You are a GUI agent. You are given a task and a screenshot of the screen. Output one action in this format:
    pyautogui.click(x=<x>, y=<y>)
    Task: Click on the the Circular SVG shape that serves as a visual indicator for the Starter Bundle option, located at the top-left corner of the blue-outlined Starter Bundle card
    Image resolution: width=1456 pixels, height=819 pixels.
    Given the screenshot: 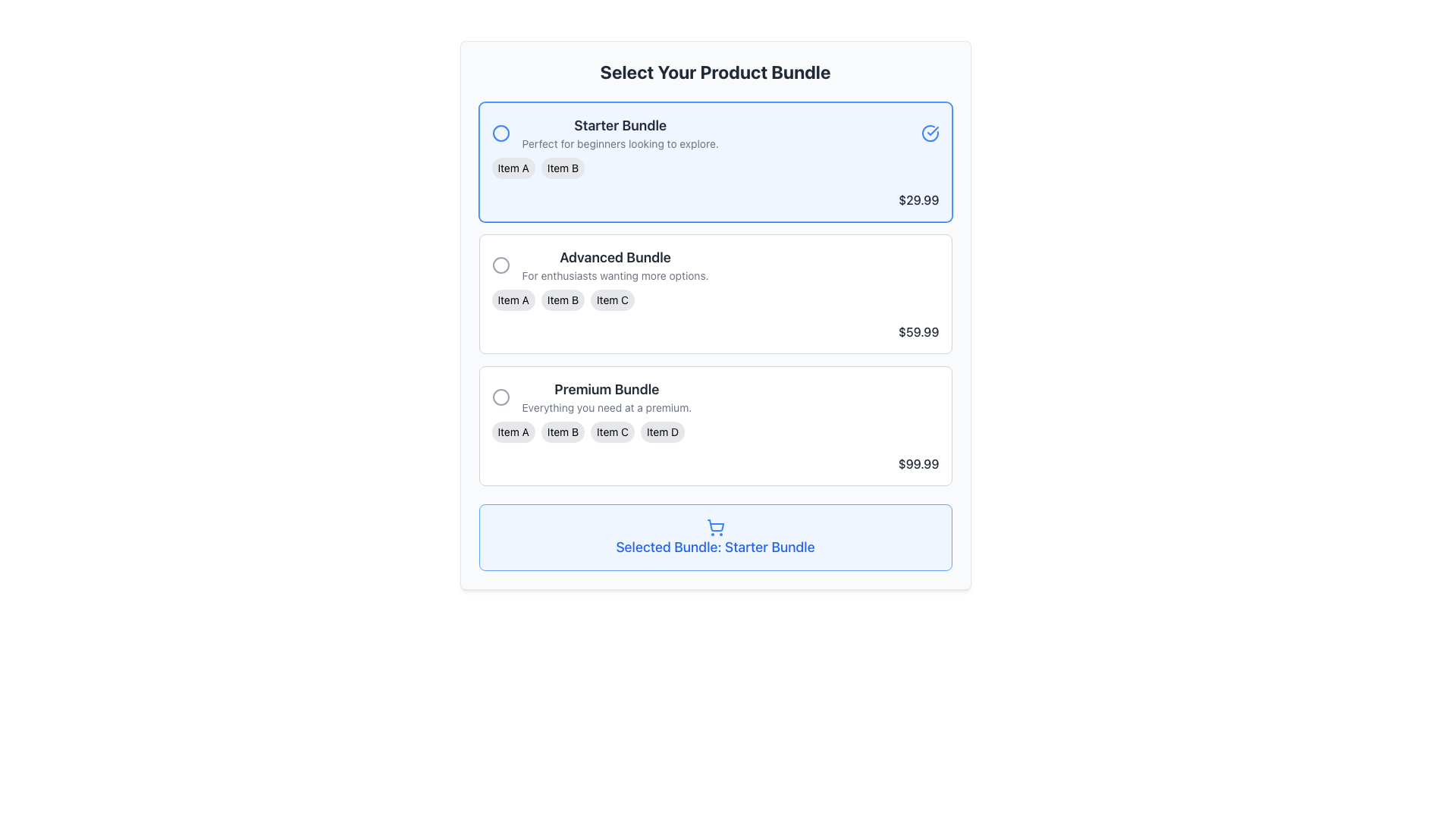 What is the action you would take?
    pyautogui.click(x=500, y=133)
    